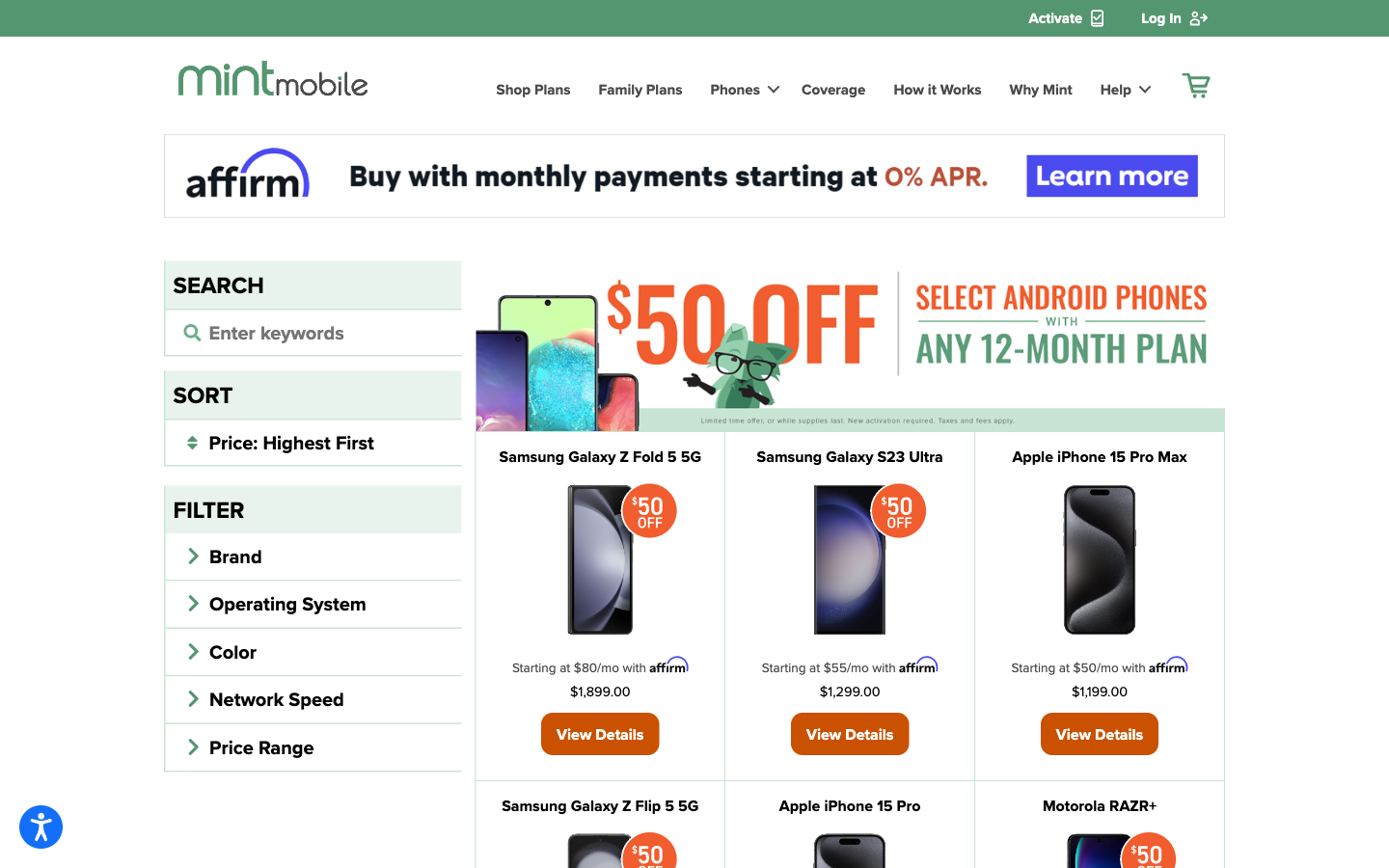 Image resolution: width=1389 pixels, height=868 pixels. What do you see at coordinates (741, 88) in the screenshot?
I see `the page devoted to Phones` at bounding box center [741, 88].